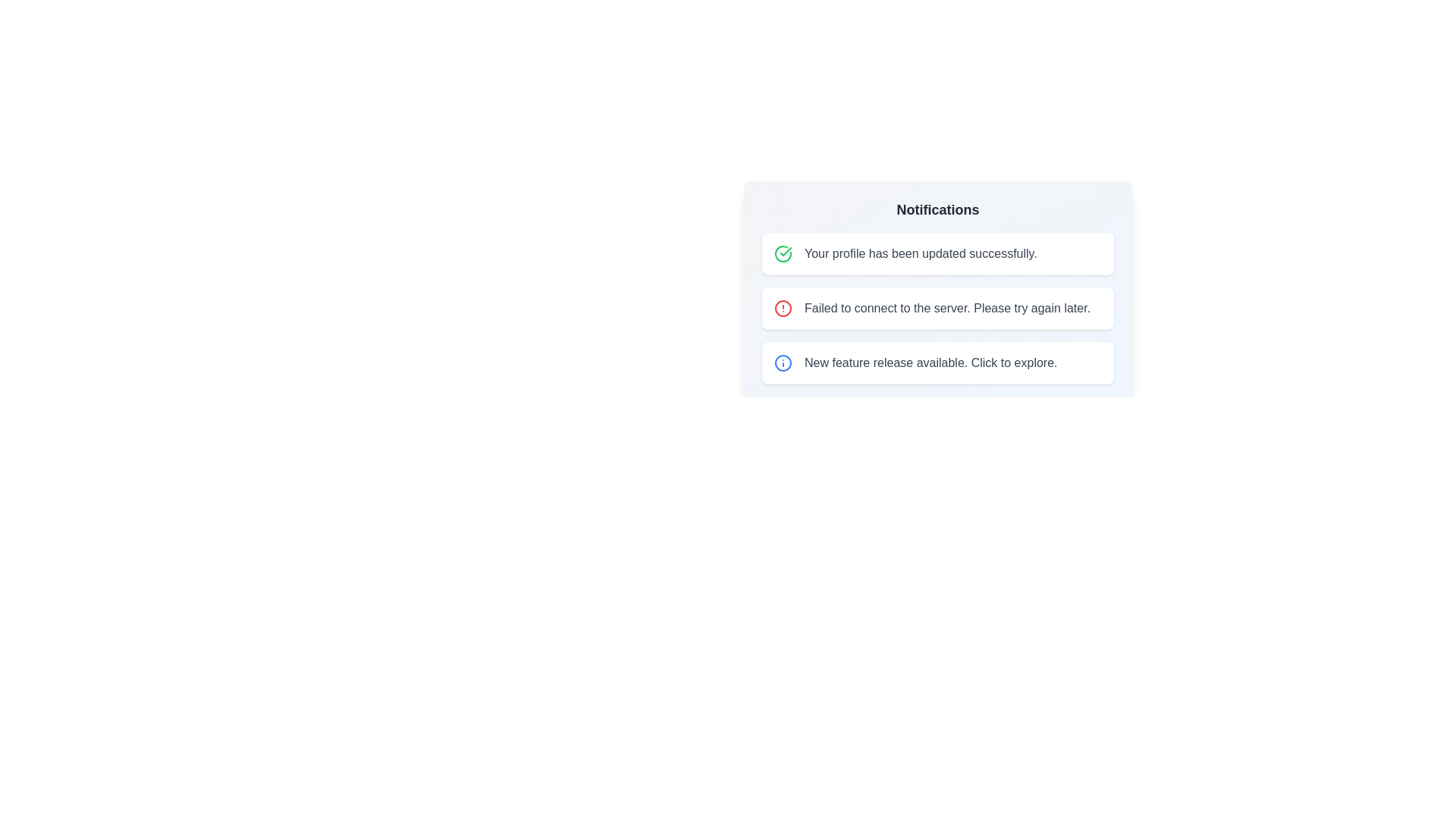 The height and width of the screenshot is (819, 1456). What do you see at coordinates (783, 362) in the screenshot?
I see `the purpose of the circular blue information icon located` at bounding box center [783, 362].